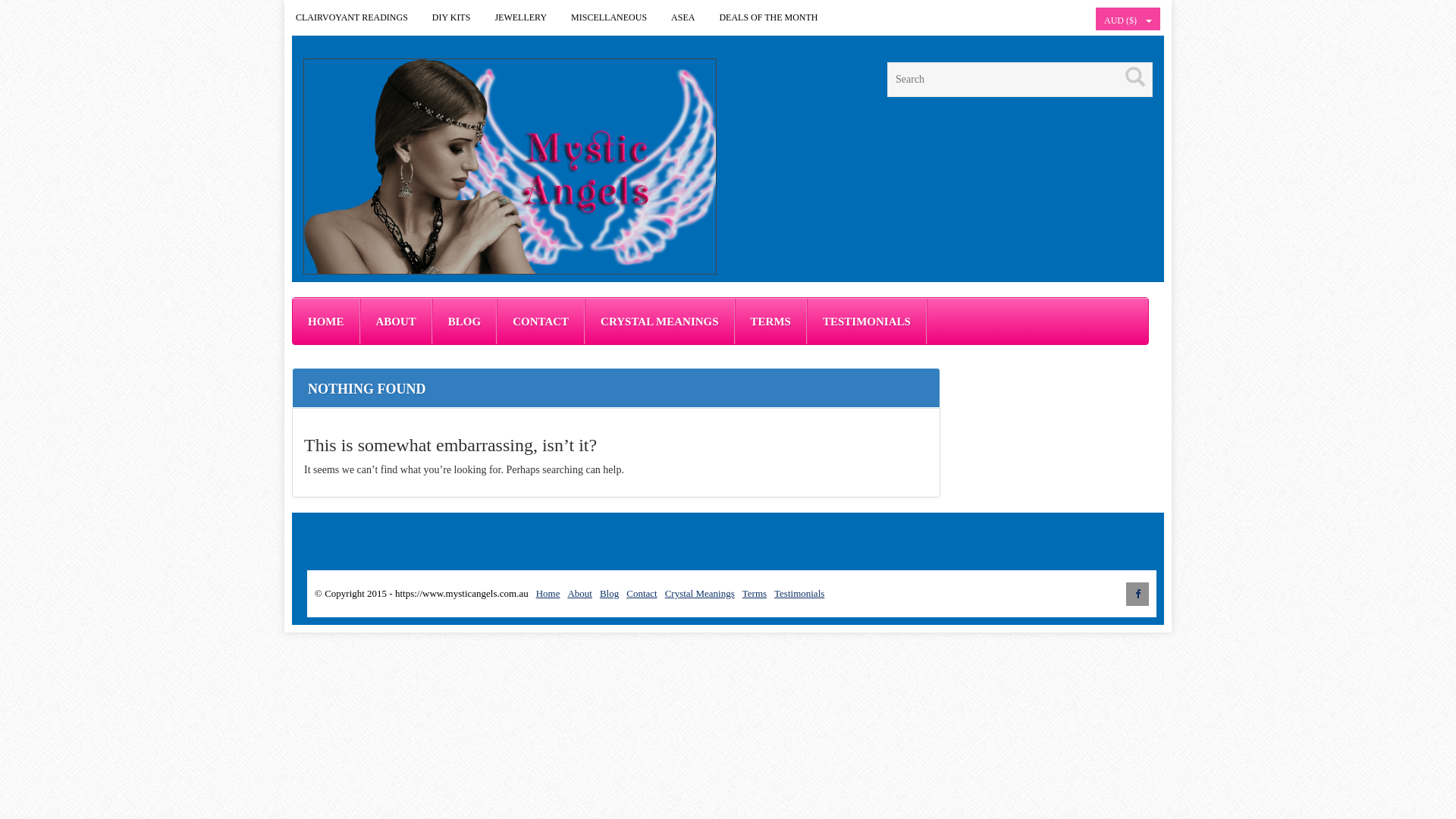 Image resolution: width=1456 pixels, height=819 pixels. What do you see at coordinates (767, 17) in the screenshot?
I see `'DEALS OF THE MONTH'` at bounding box center [767, 17].